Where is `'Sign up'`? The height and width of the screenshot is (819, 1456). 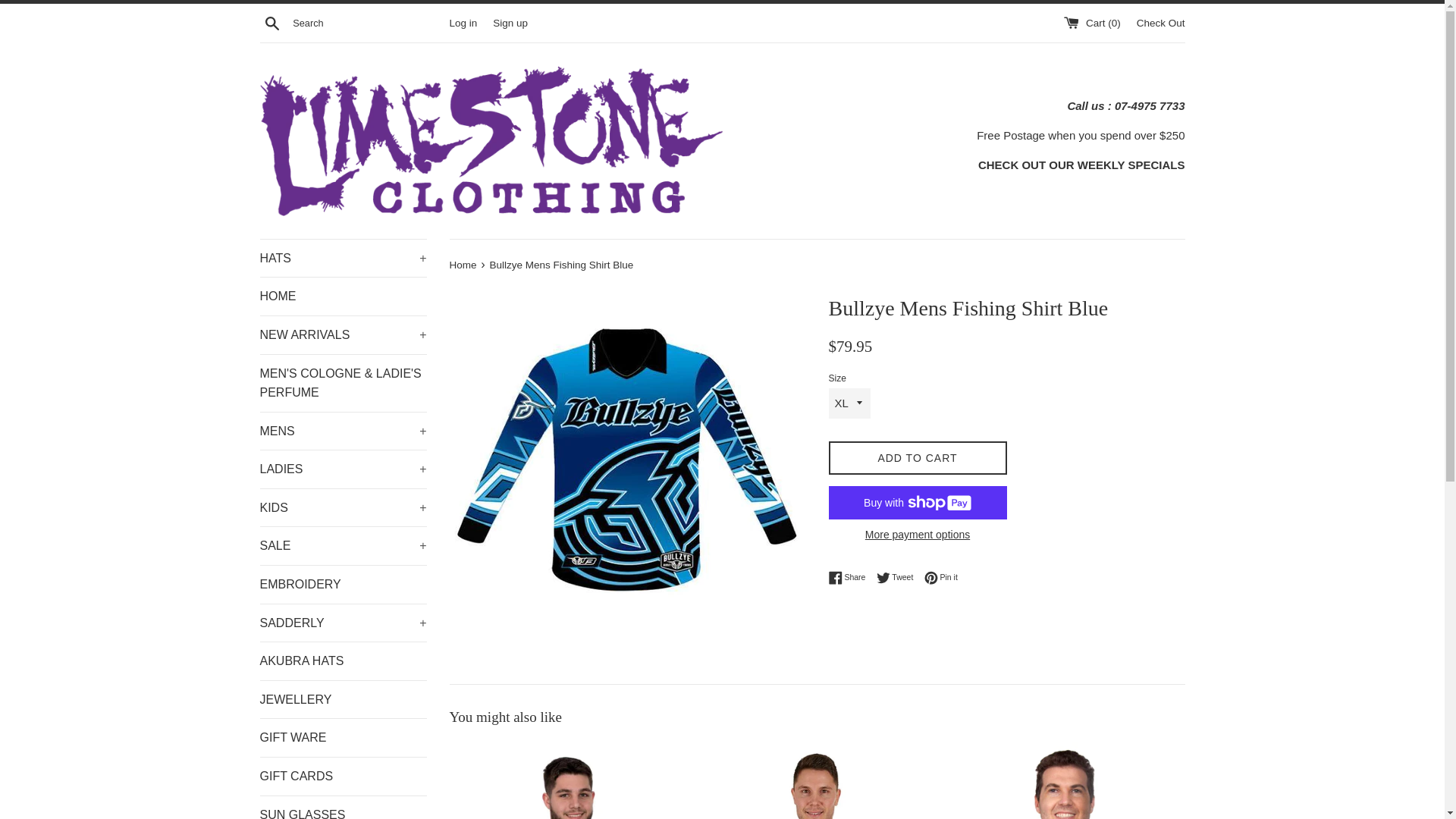
'Sign up' is located at coordinates (510, 22).